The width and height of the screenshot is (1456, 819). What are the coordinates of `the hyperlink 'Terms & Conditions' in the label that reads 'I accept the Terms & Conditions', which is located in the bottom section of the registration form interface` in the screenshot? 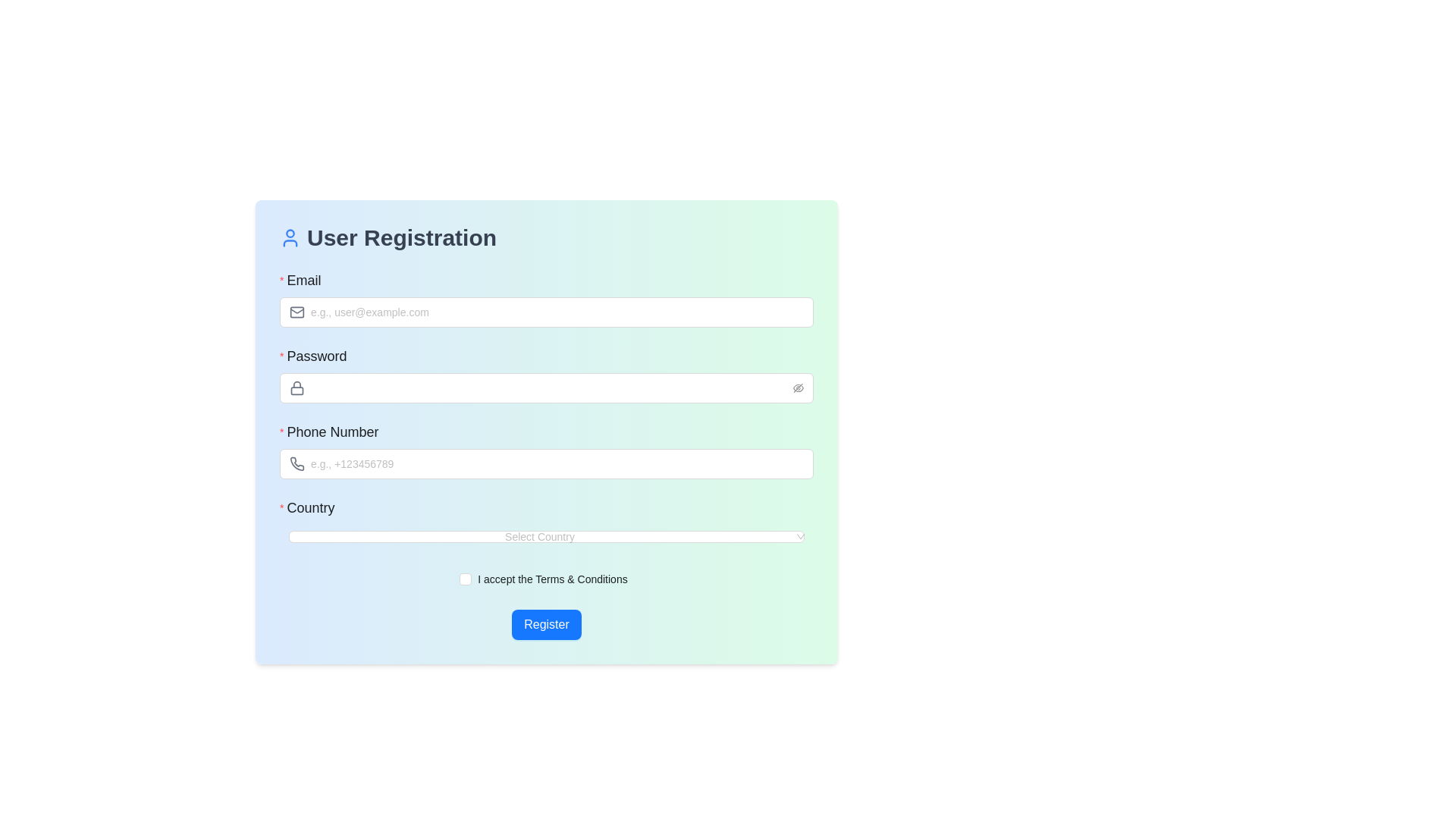 It's located at (552, 579).